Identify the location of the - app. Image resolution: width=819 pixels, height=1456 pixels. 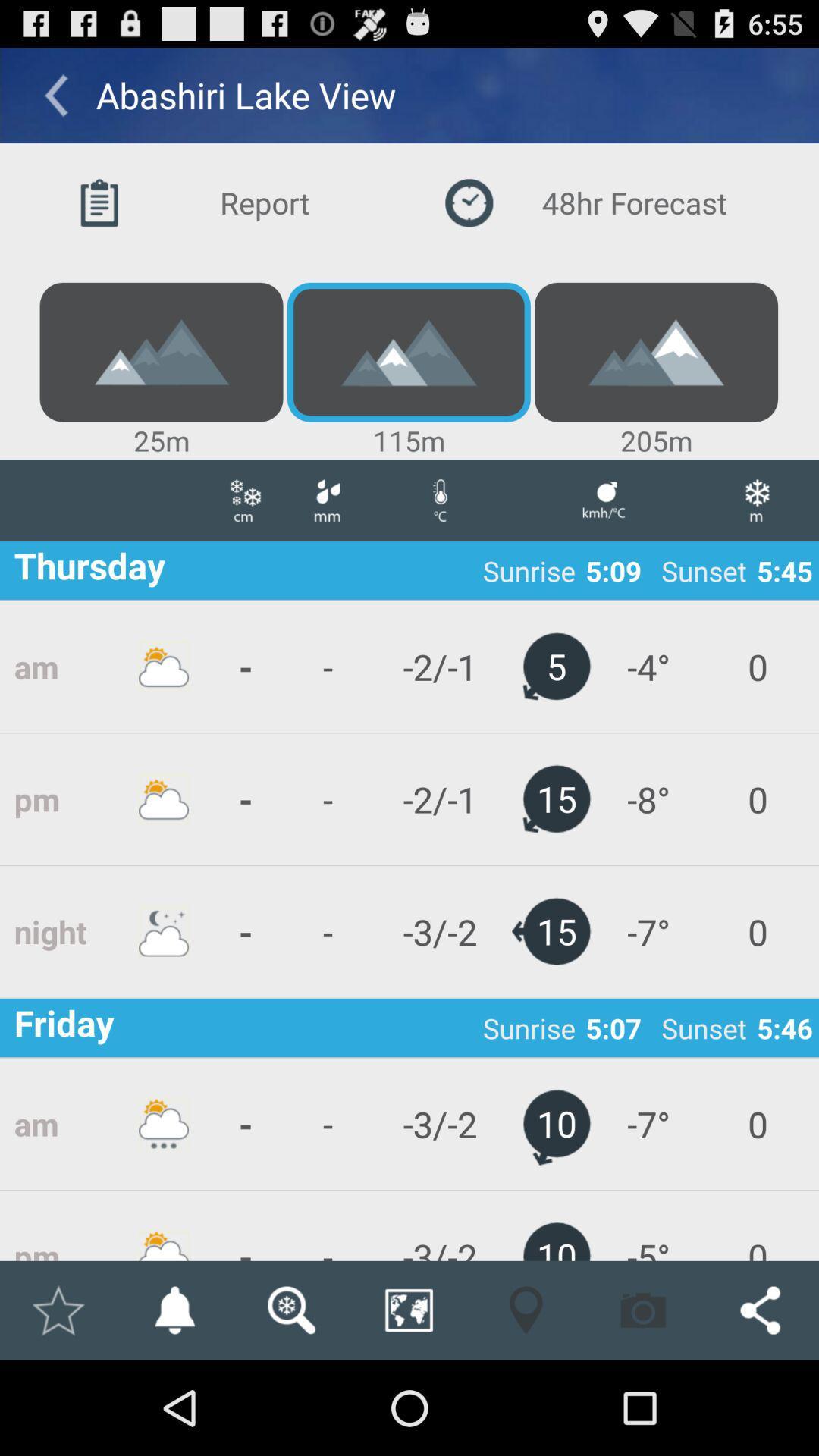
(245, 1225).